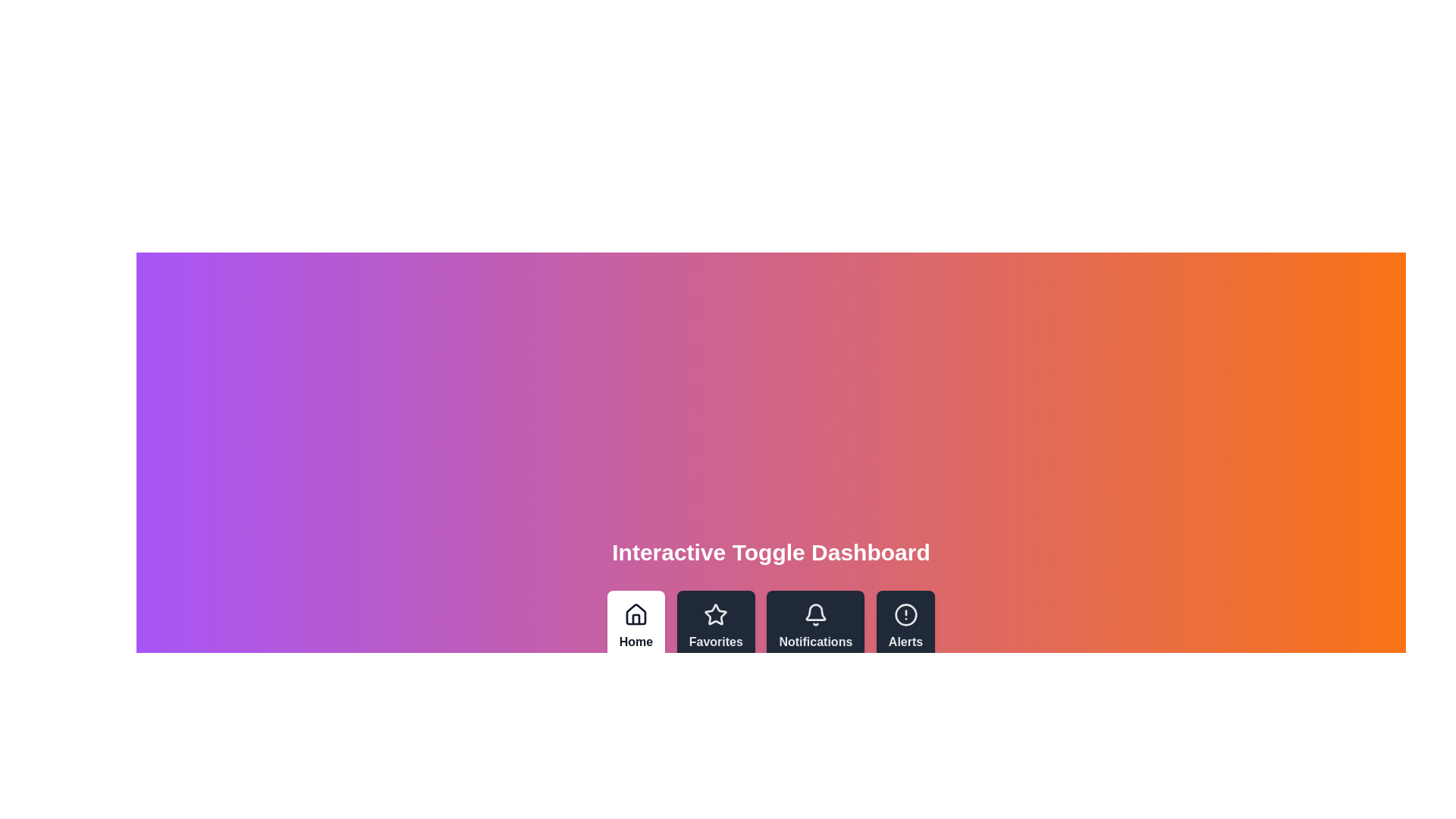  What do you see at coordinates (715, 626) in the screenshot?
I see `the Favorites tab by clicking on its corresponding button` at bounding box center [715, 626].